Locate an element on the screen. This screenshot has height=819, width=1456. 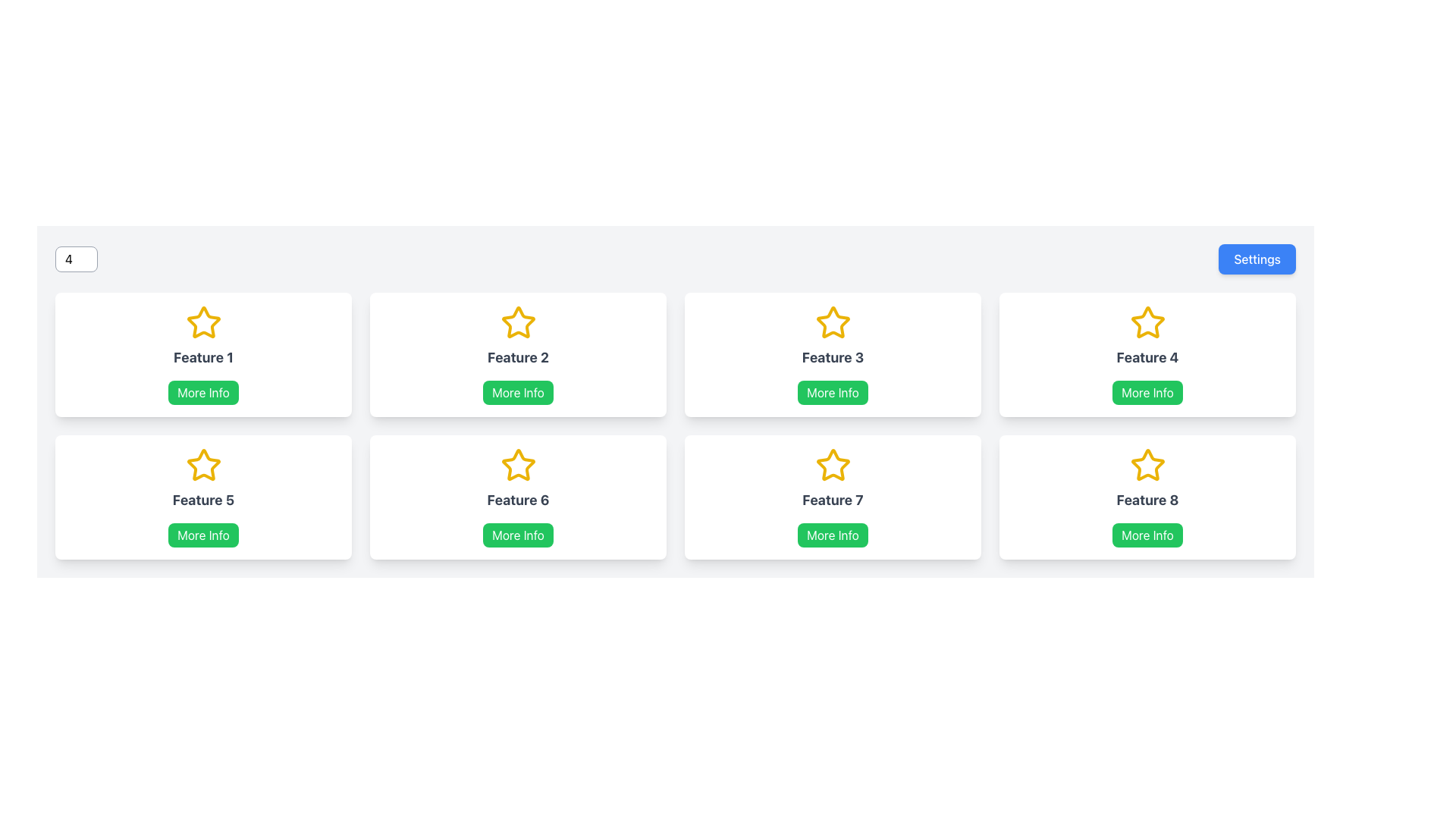
the button located at the bottom of the 'Feature 8' card is located at coordinates (1147, 534).